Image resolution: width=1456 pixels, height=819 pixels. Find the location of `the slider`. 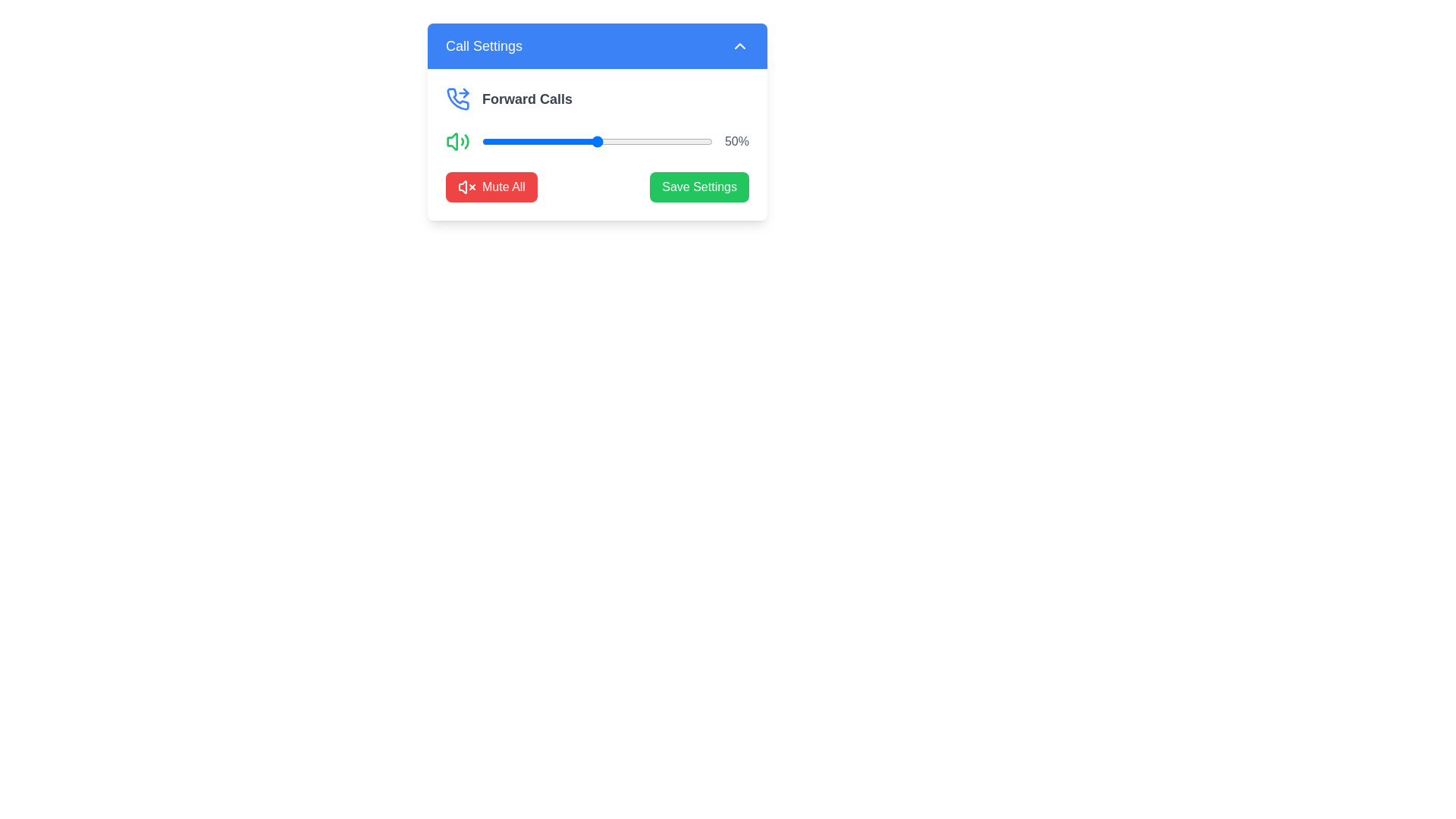

the slider is located at coordinates (537, 141).